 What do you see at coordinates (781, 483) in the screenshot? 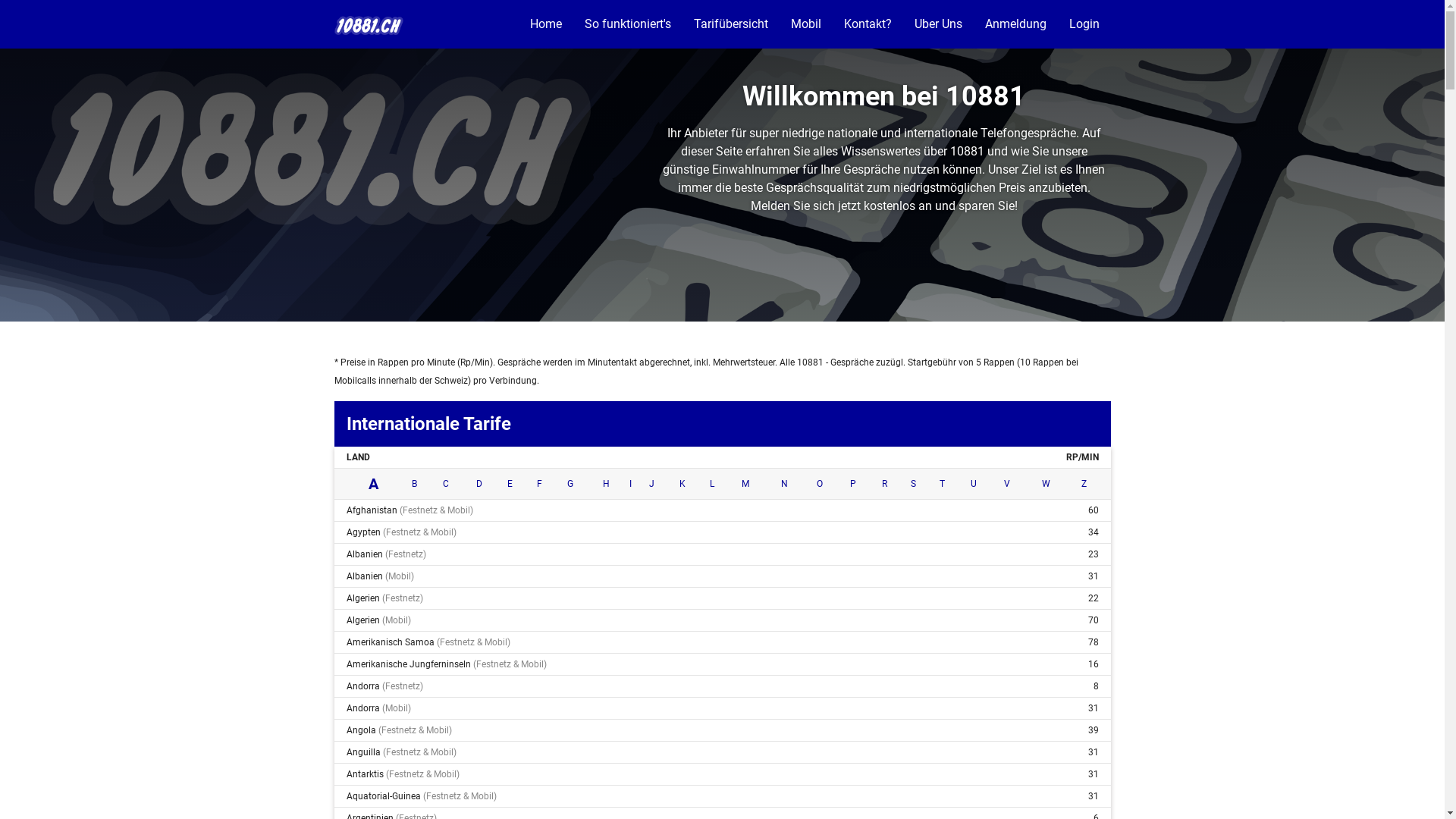
I see `'N'` at bounding box center [781, 483].